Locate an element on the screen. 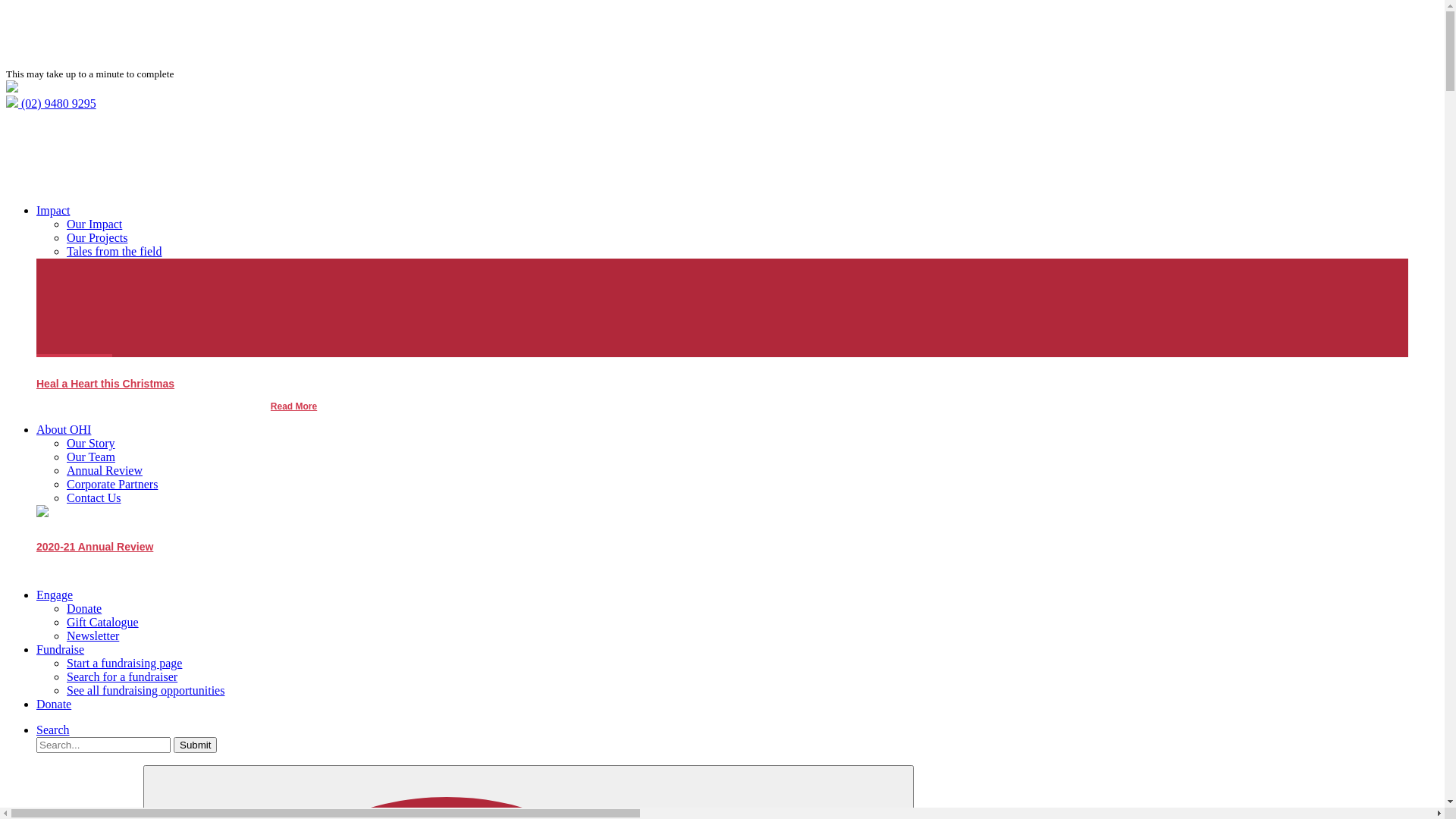 This screenshot has height=819, width=1456. '2020-21 Annual Review' is located at coordinates (36, 550).